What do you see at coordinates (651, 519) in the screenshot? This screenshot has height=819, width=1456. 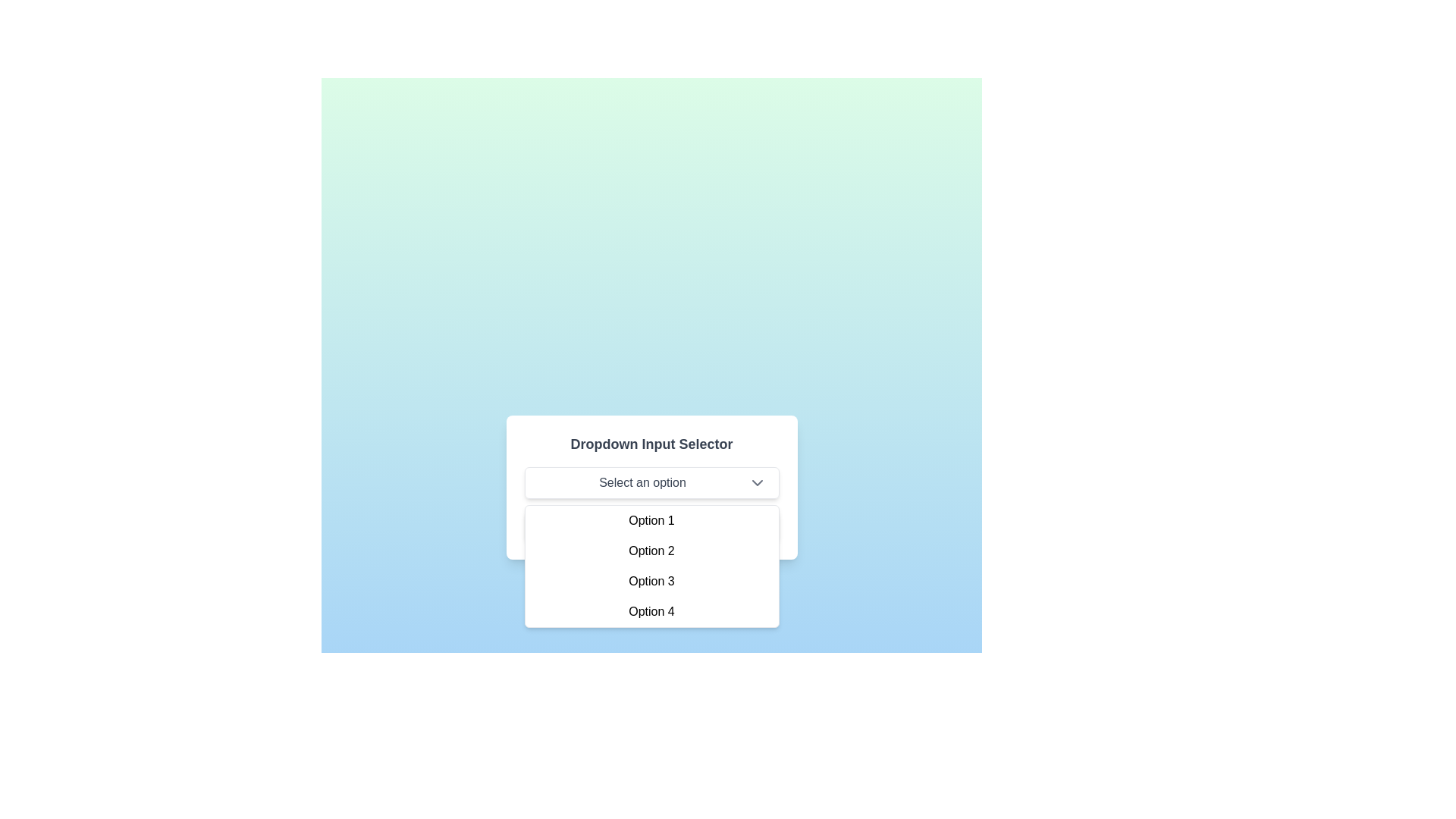 I see `the first option in the dropdown menu` at bounding box center [651, 519].